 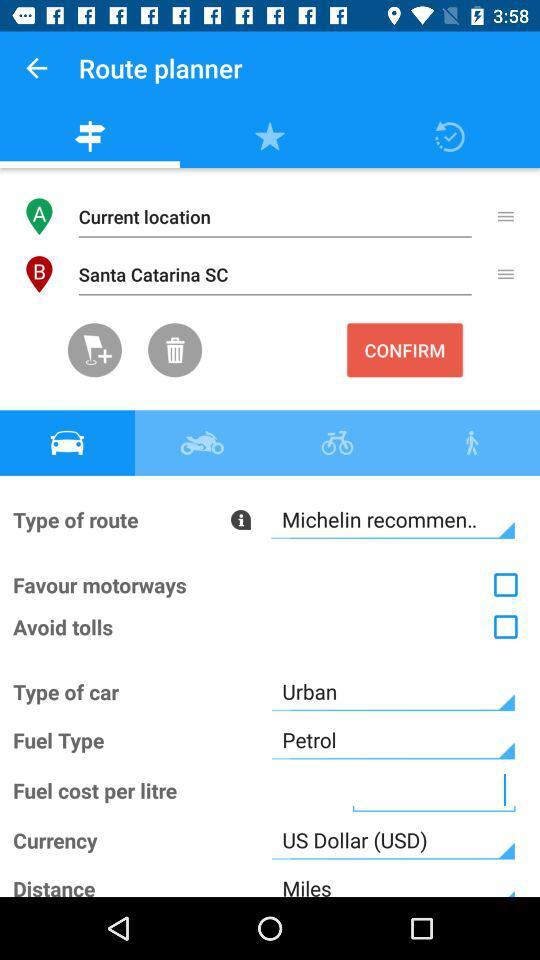 What do you see at coordinates (502, 473) in the screenshot?
I see `the close icon` at bounding box center [502, 473].